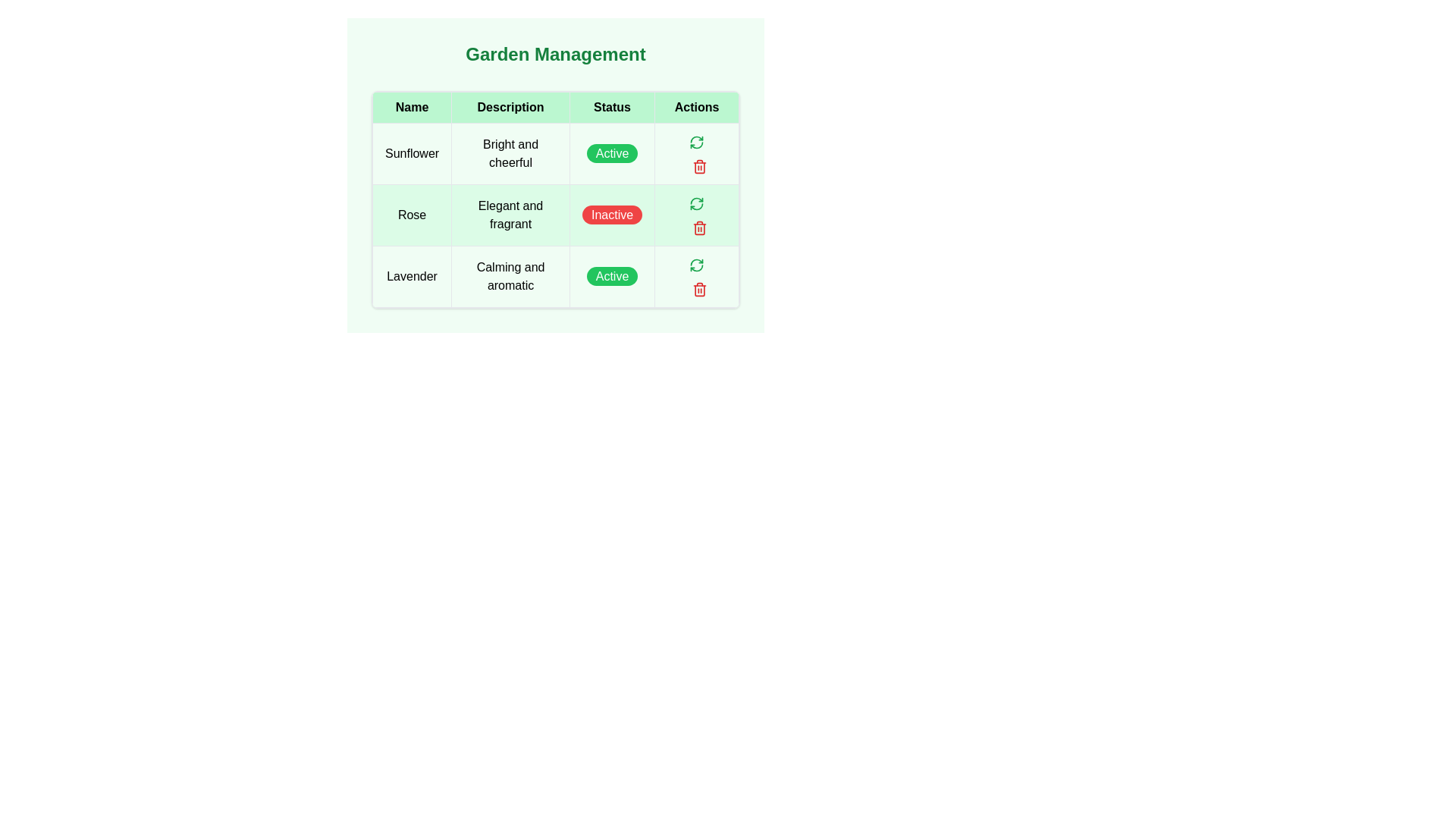  I want to click on the 'Status' text label in the header row of the table, which is centrally aligned with a black font on a light green background, located in the third column, so click(612, 107).